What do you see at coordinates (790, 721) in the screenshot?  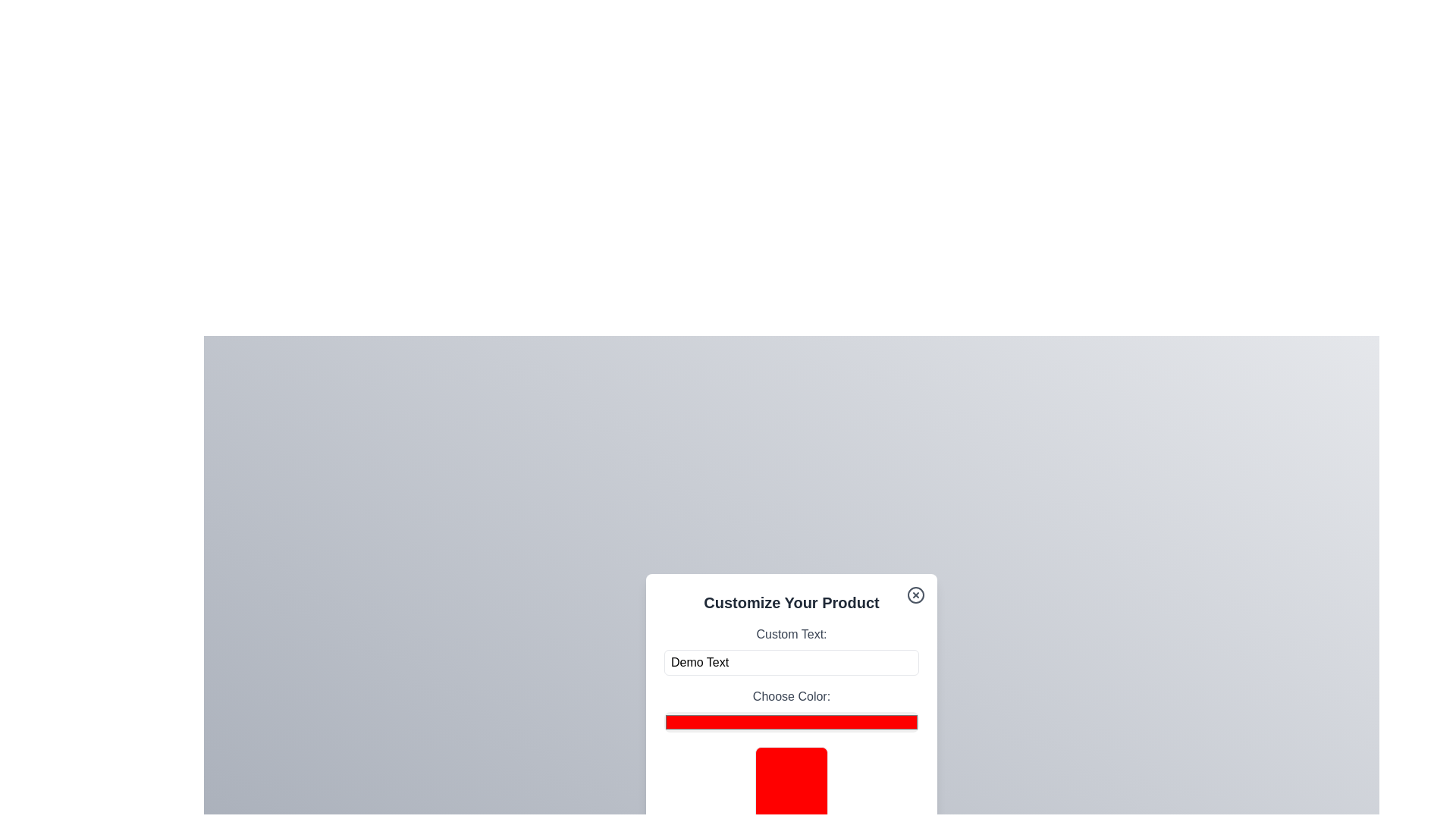 I see `the color picker to a specific color value 3105535` at bounding box center [790, 721].